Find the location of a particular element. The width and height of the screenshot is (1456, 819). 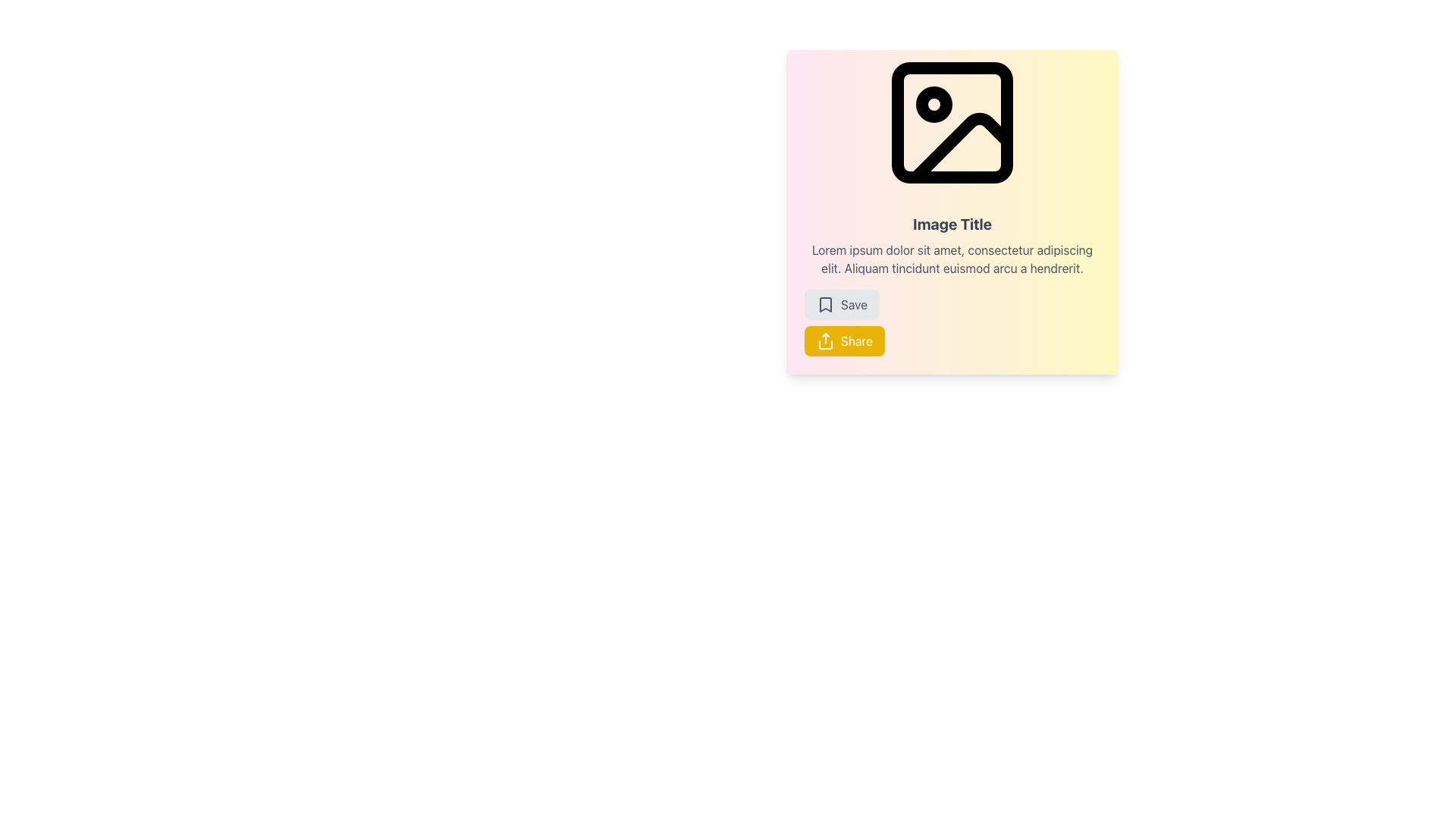

the decorative icon positioned at the top center of the card, above the 'Image Title' text is located at coordinates (952, 122).